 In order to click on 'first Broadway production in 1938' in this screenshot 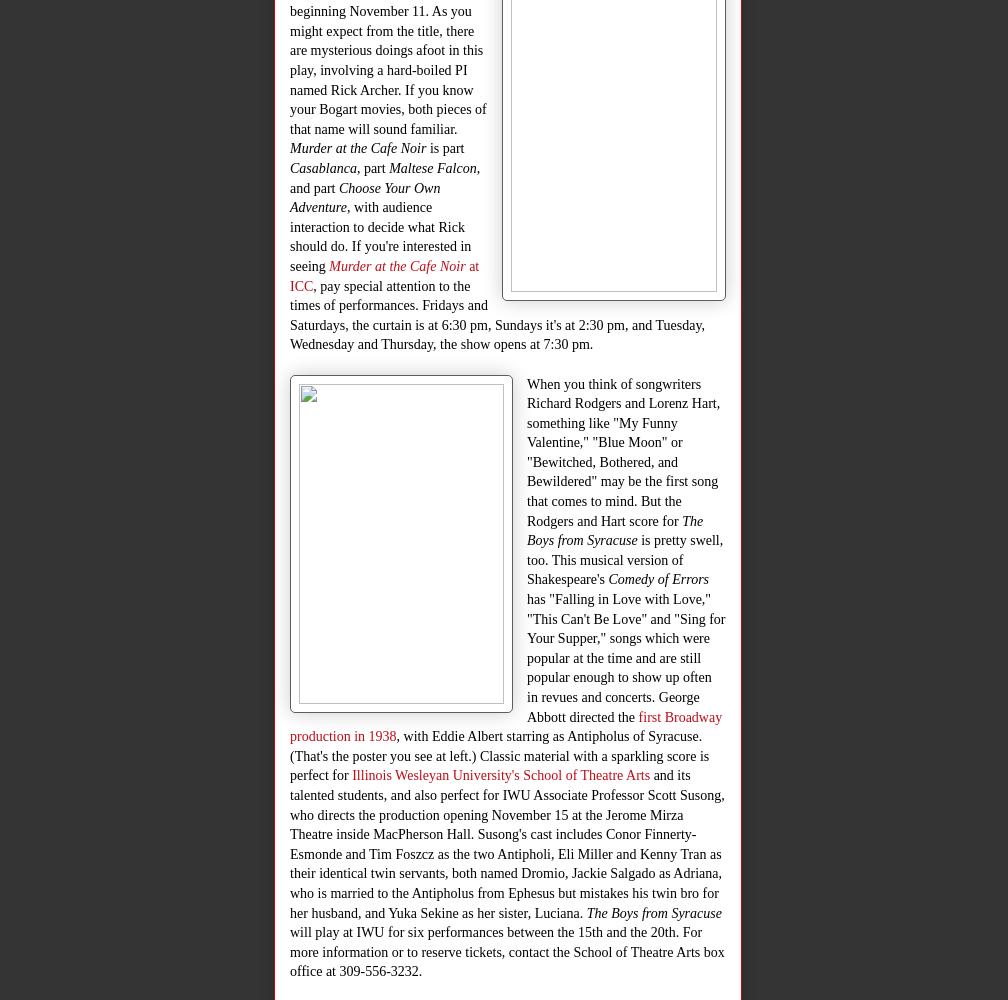, I will do `click(290, 725)`.